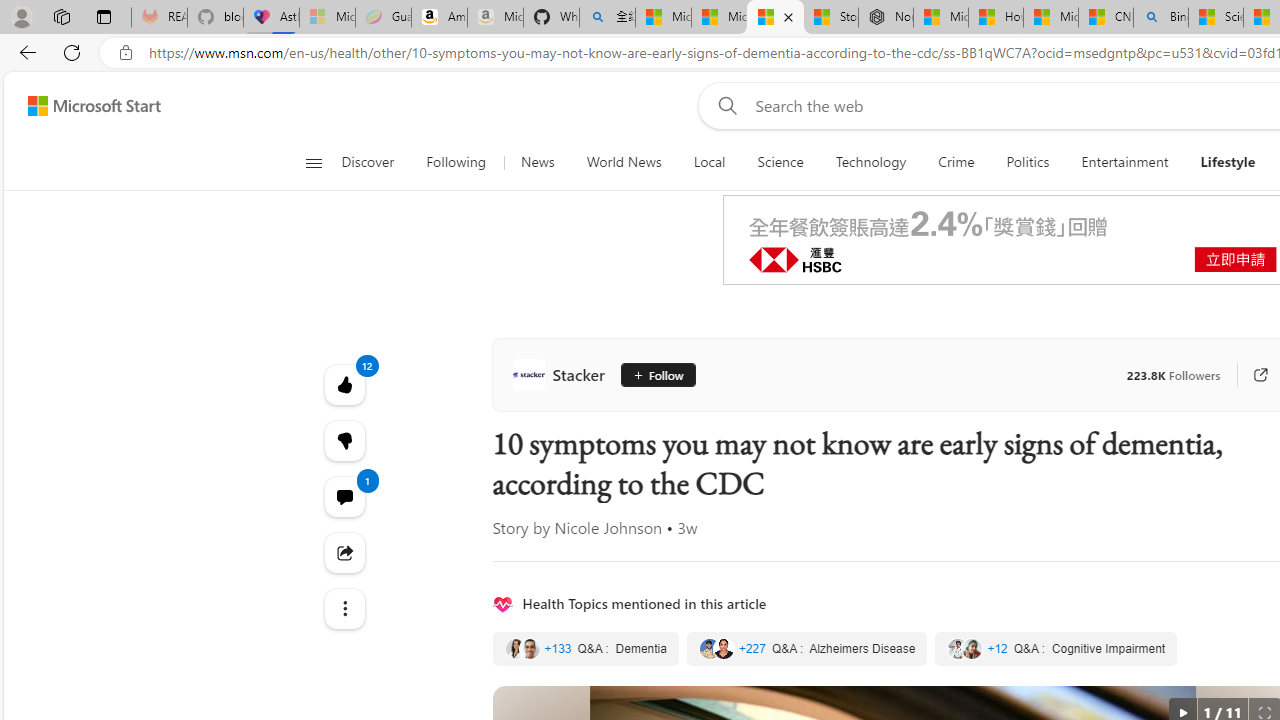 This screenshot has height=720, width=1280. I want to click on 'Crime', so click(955, 162).